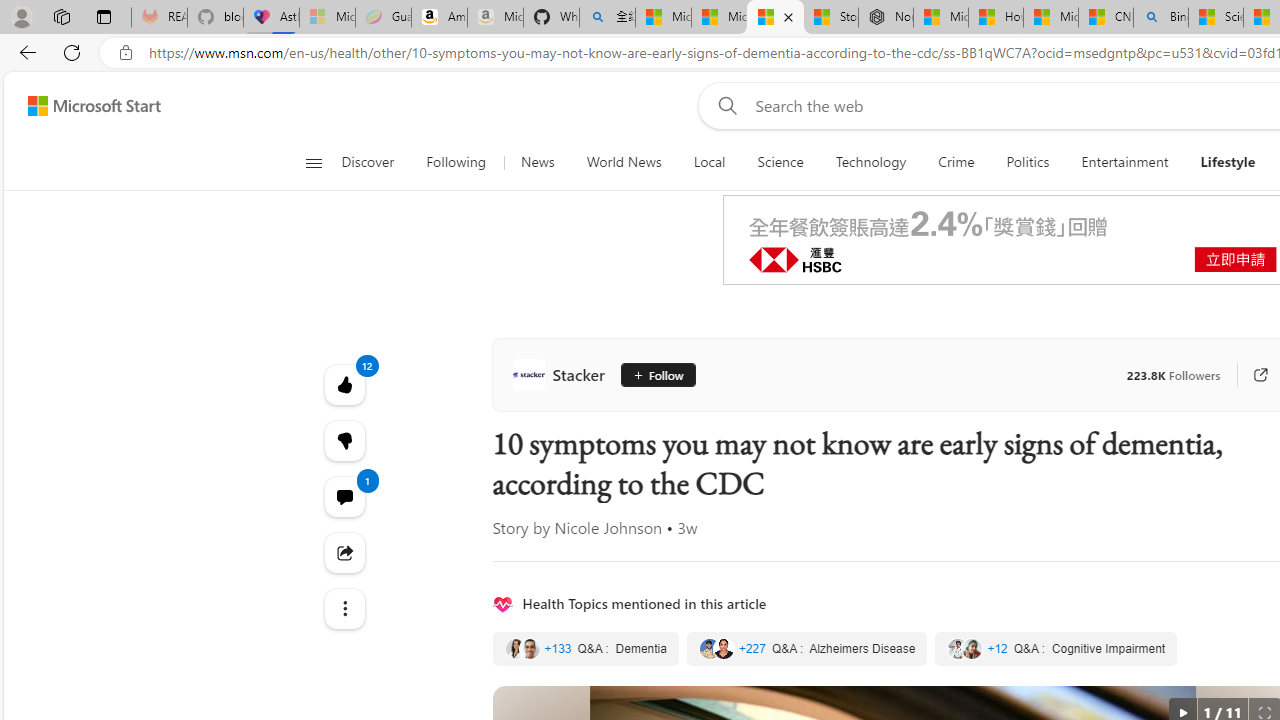 This screenshot has height=720, width=1280. I want to click on 'Crime', so click(955, 162).